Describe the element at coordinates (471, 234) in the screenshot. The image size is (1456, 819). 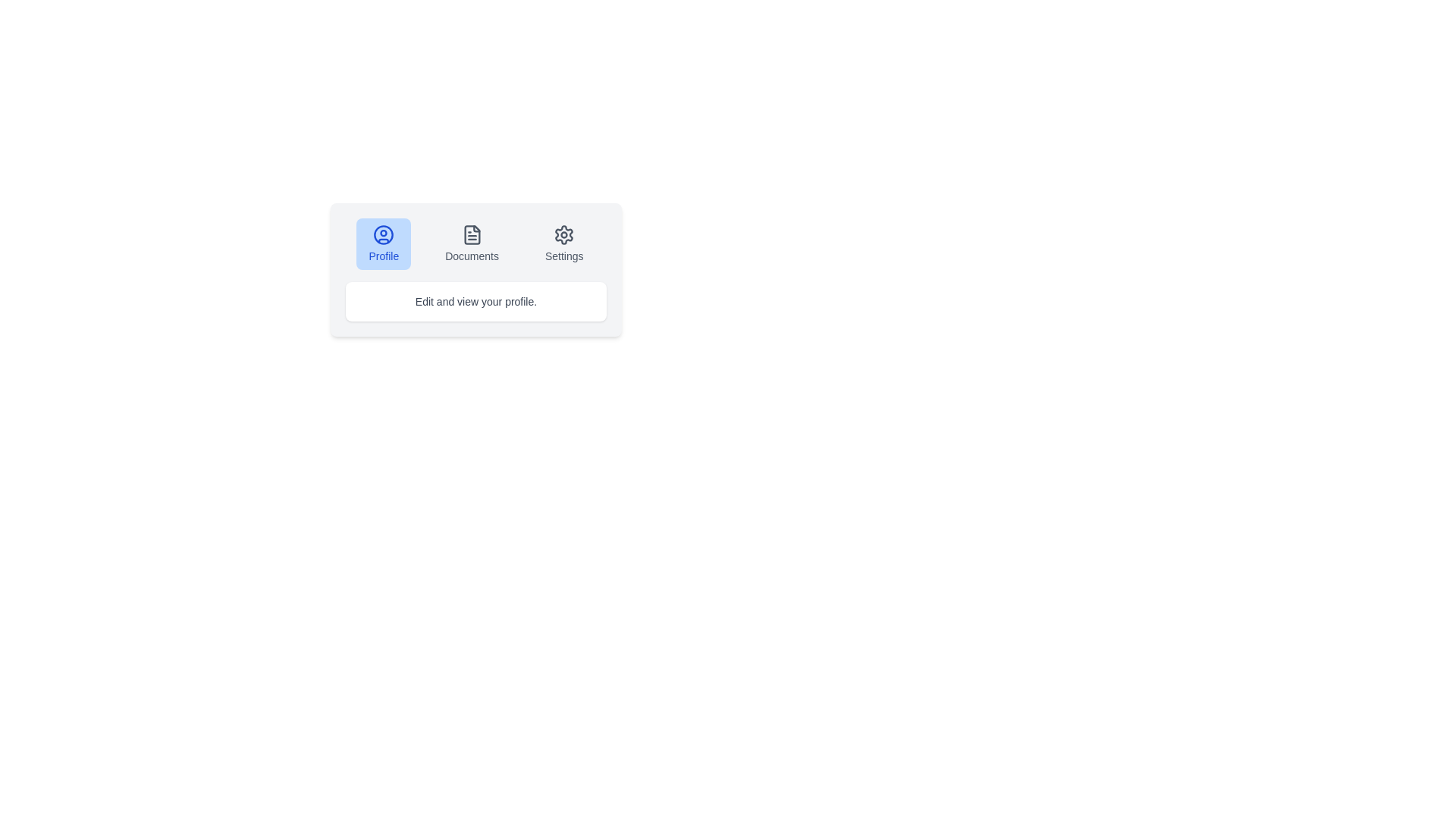
I see `the 'Documents' icon, which is positioned between the 'Profile' icon and the 'Settings' gear icon` at that location.